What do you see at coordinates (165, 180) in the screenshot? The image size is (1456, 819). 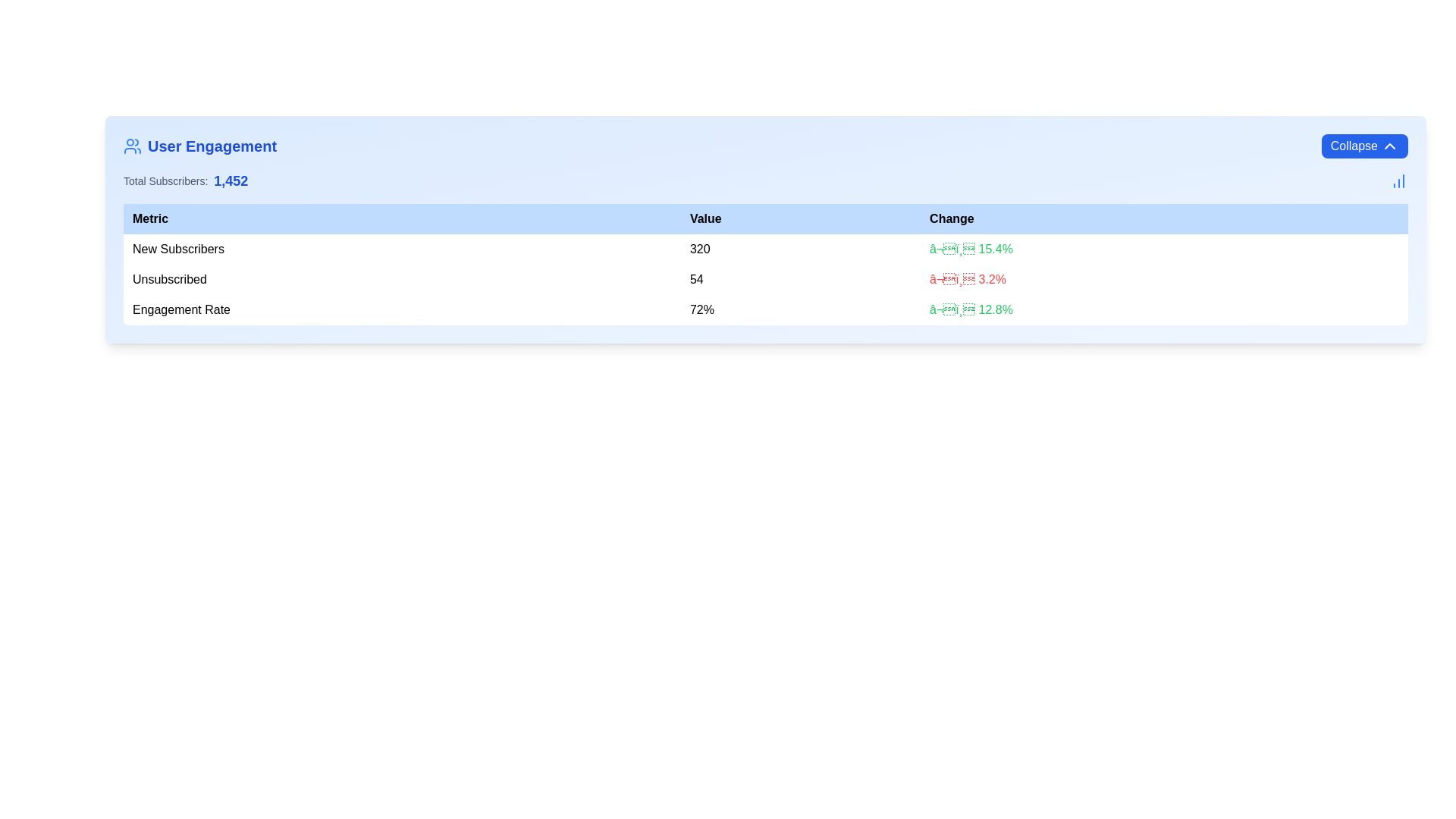 I see `the text label that indicates the total number of subscribers, positioned to the left of the numerical value '1,452' in blue, bold text` at bounding box center [165, 180].